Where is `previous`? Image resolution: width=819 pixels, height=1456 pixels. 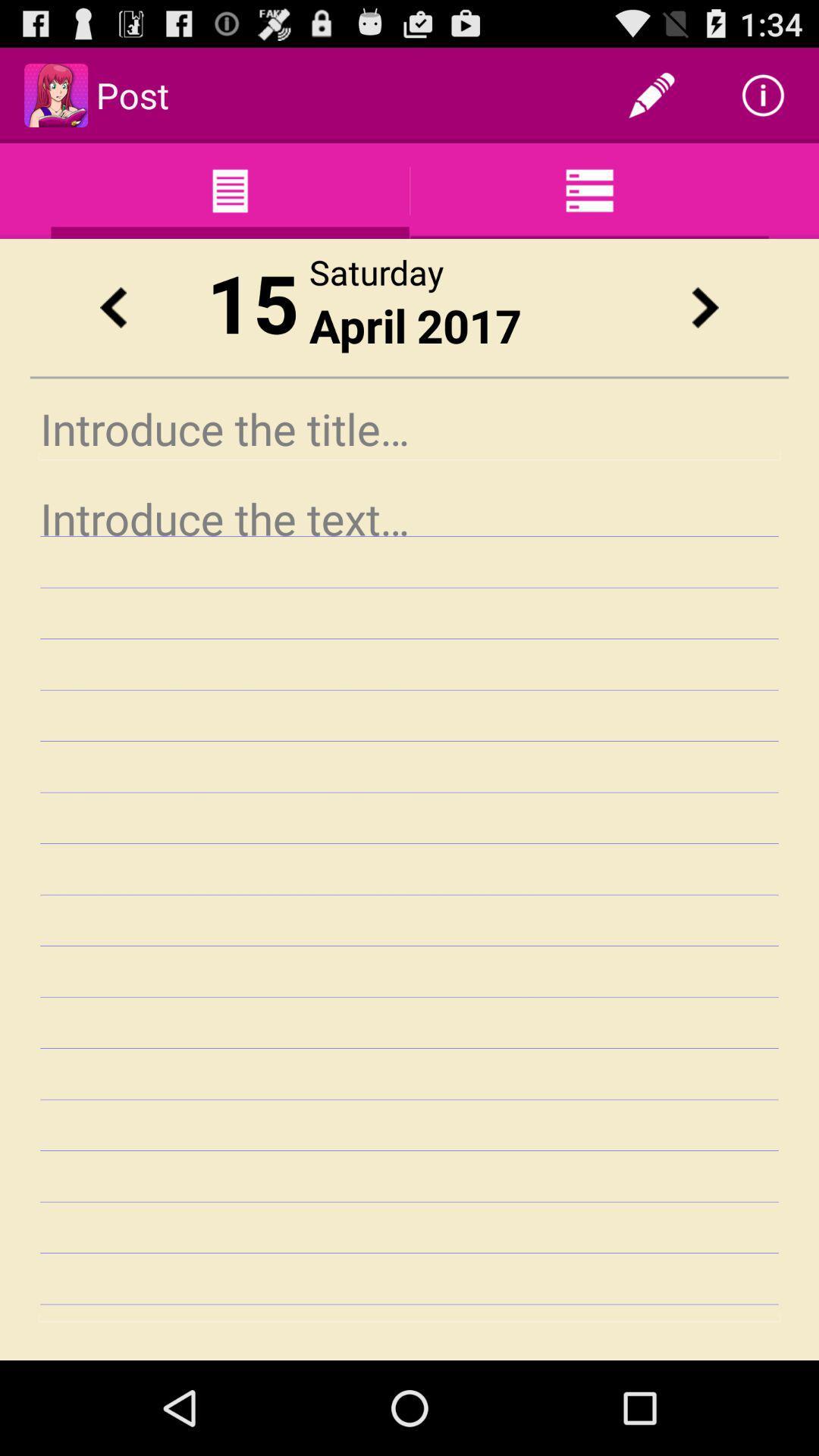 previous is located at coordinates (112, 306).